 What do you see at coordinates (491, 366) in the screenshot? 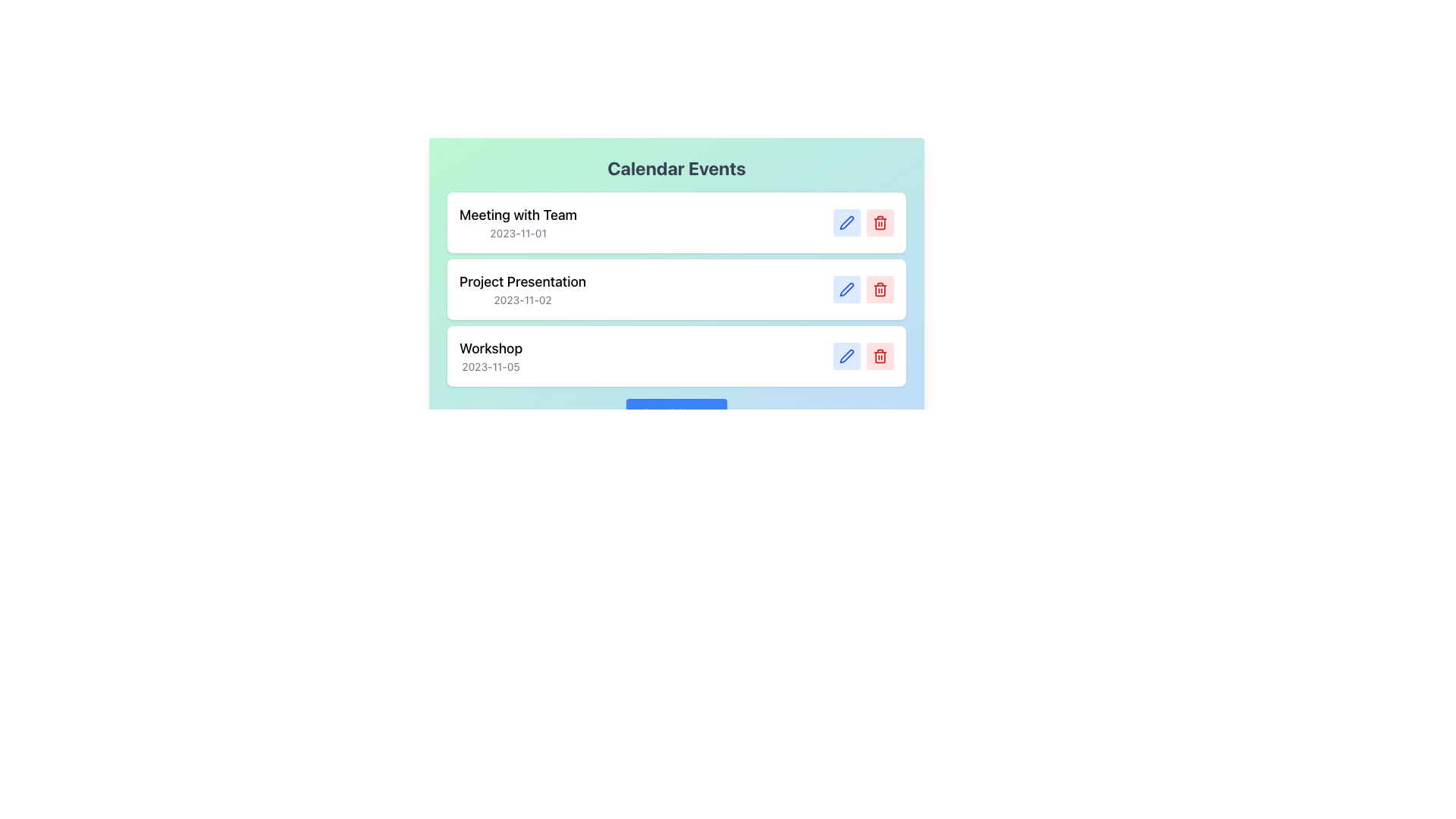
I see `date displayed in the text label directly beneath the bold title 'Workshop' in the calendar event list` at bounding box center [491, 366].